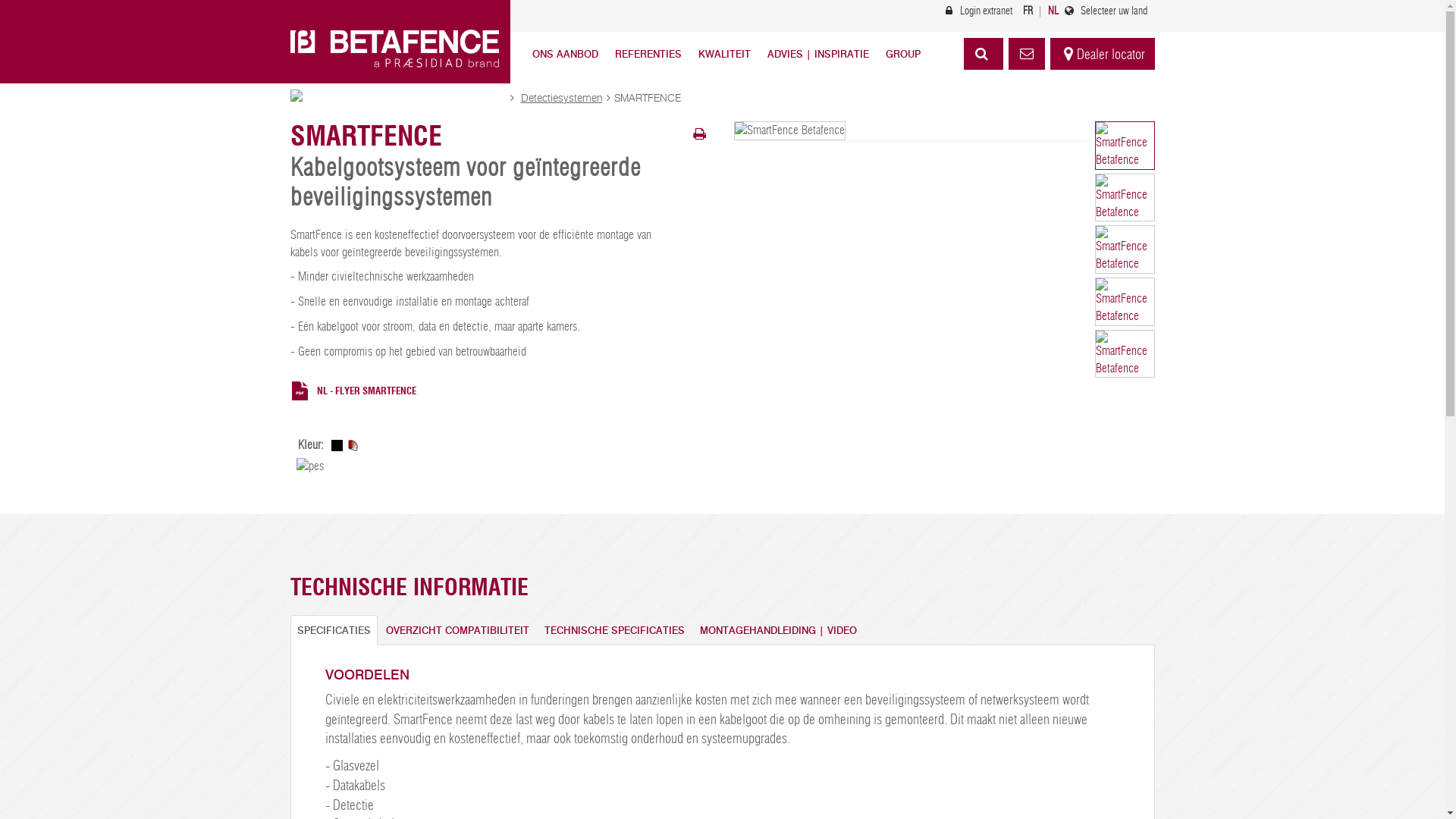 The height and width of the screenshot is (819, 1456). What do you see at coordinates (520, 98) in the screenshot?
I see `'Detectiesystemen'` at bounding box center [520, 98].